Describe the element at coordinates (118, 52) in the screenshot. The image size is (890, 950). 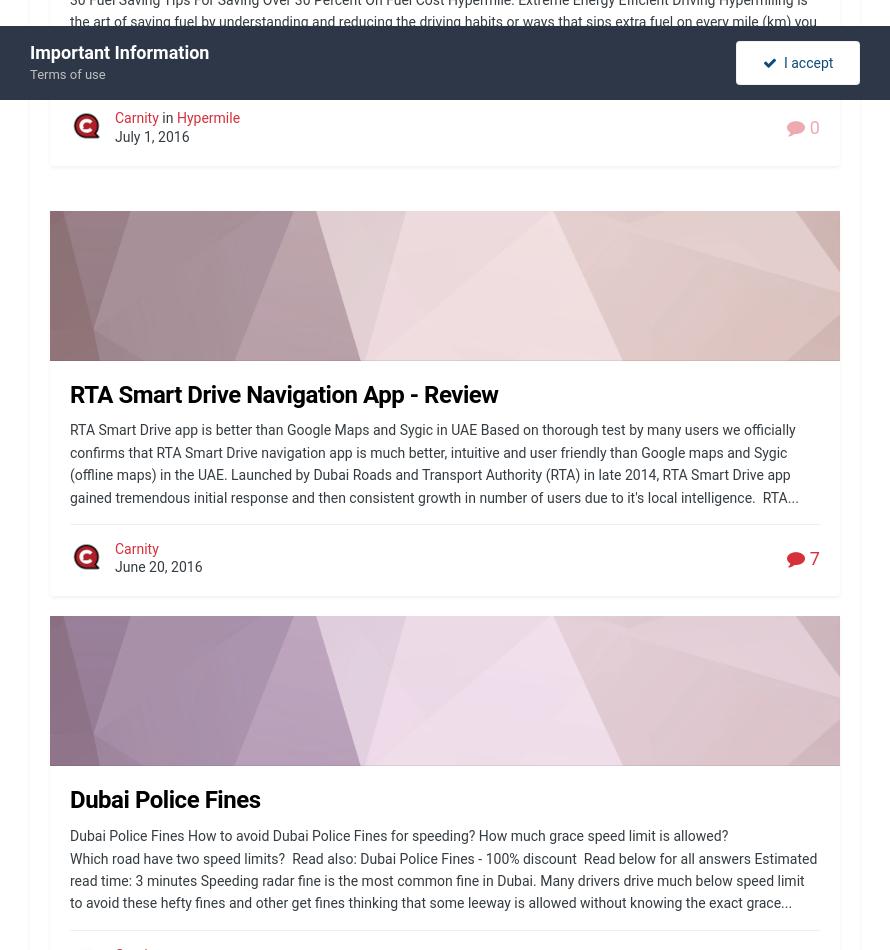
I see `'Important Information'` at that location.